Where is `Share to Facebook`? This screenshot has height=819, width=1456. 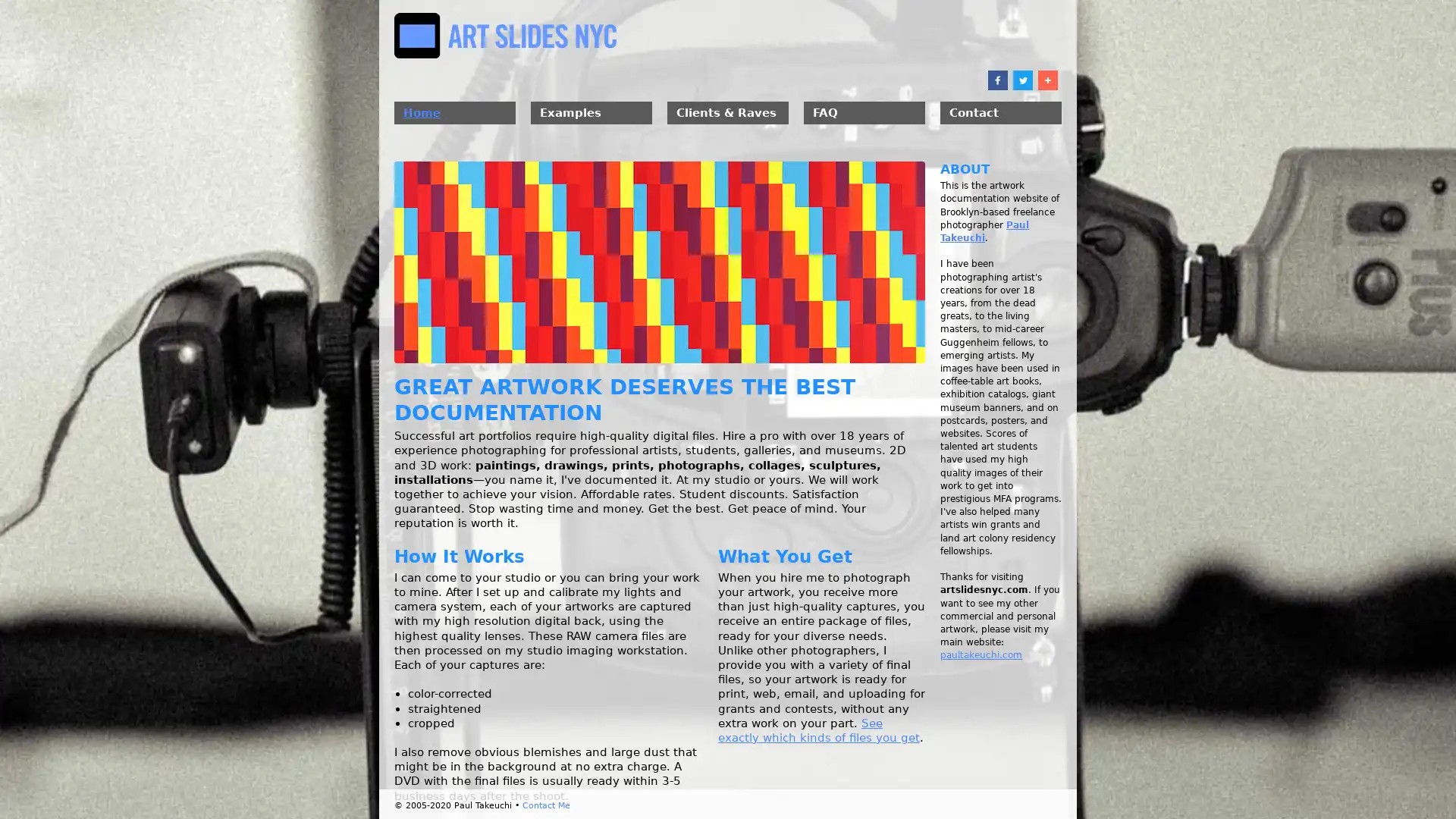
Share to Facebook is located at coordinates (1004, 79).